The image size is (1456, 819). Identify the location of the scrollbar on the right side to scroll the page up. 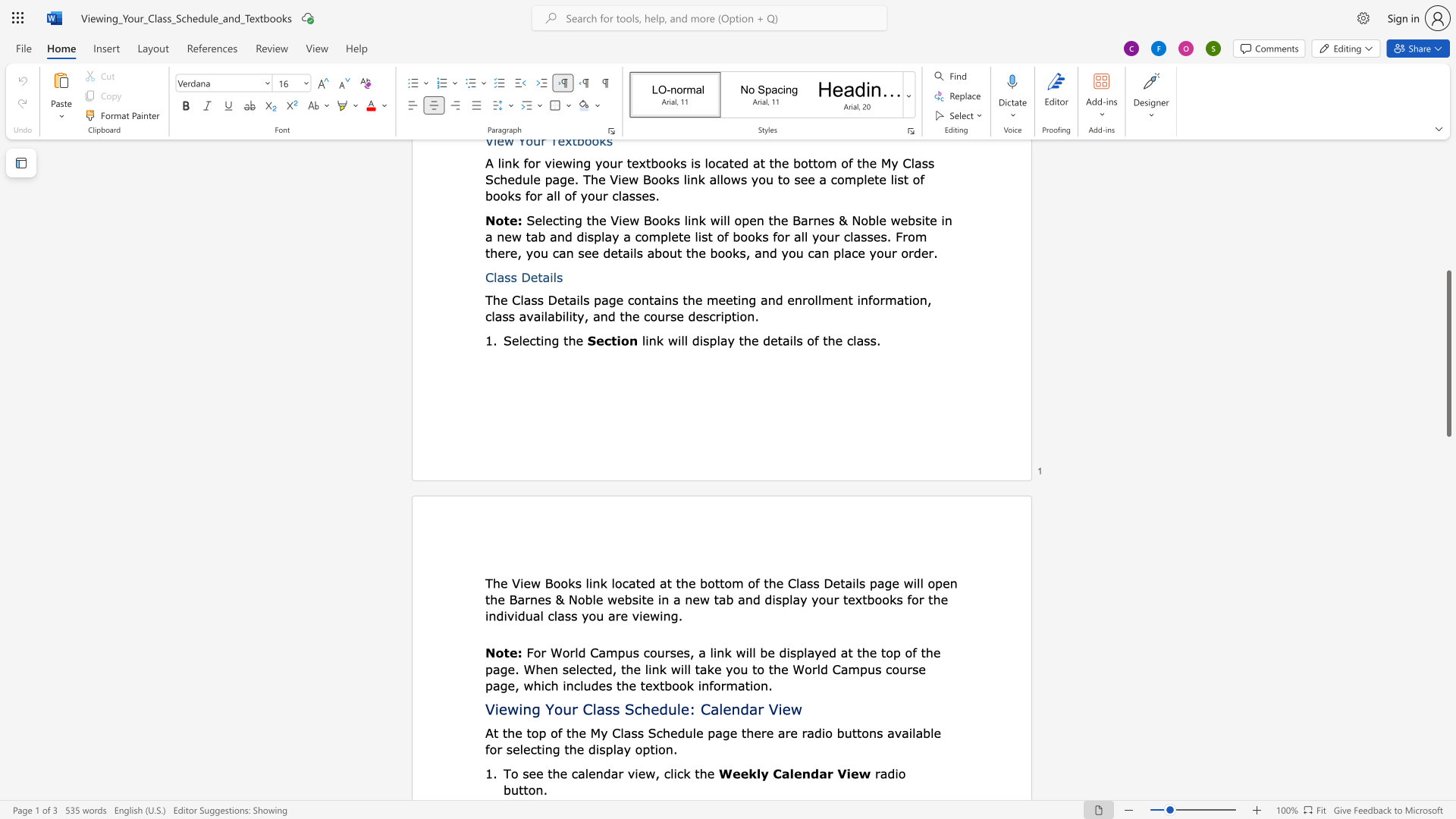
(1448, 227).